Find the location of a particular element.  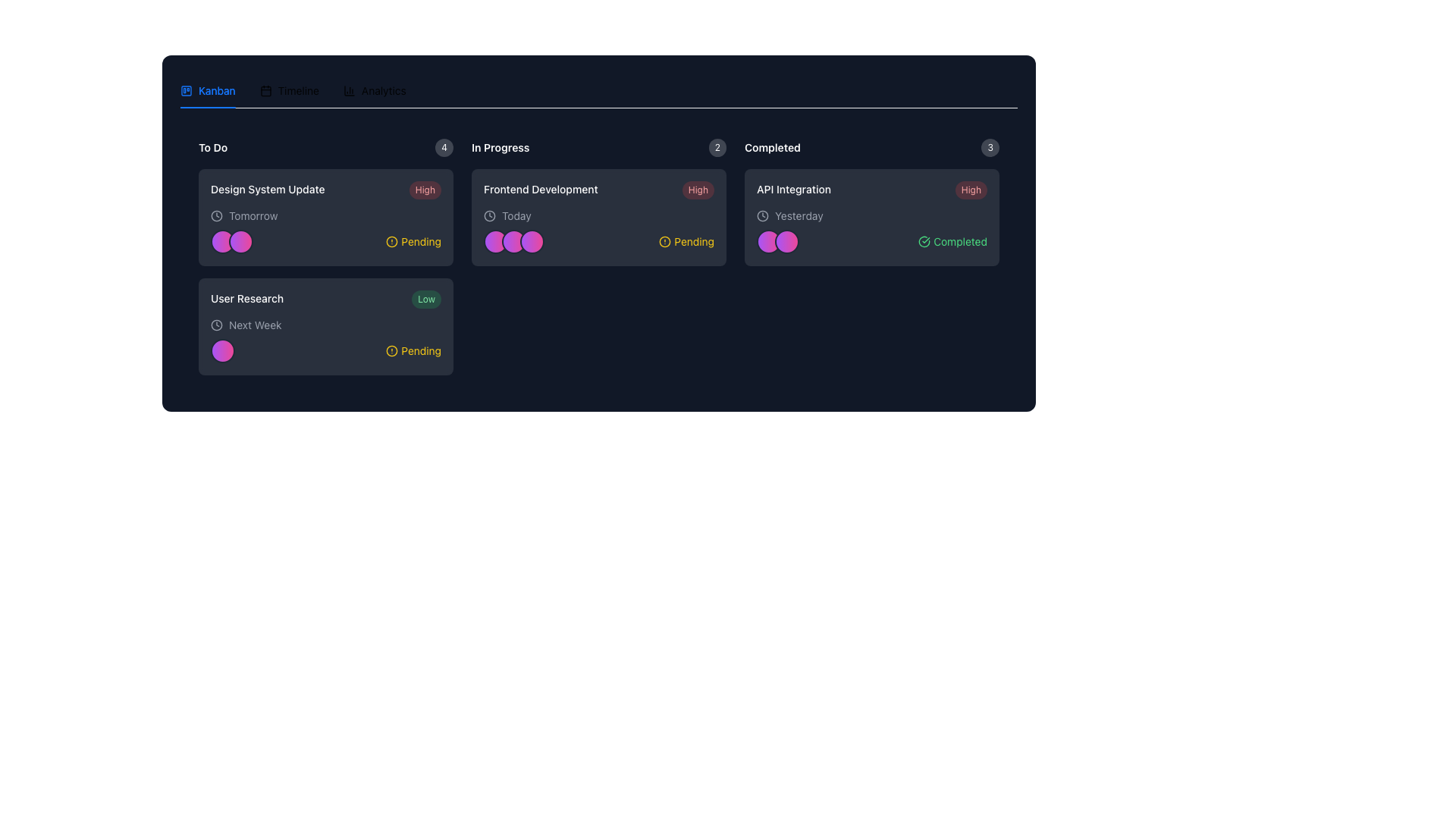

the 'Timeline' tab in the Tab Navigation Component to switch to its associated view is located at coordinates (598, 90).